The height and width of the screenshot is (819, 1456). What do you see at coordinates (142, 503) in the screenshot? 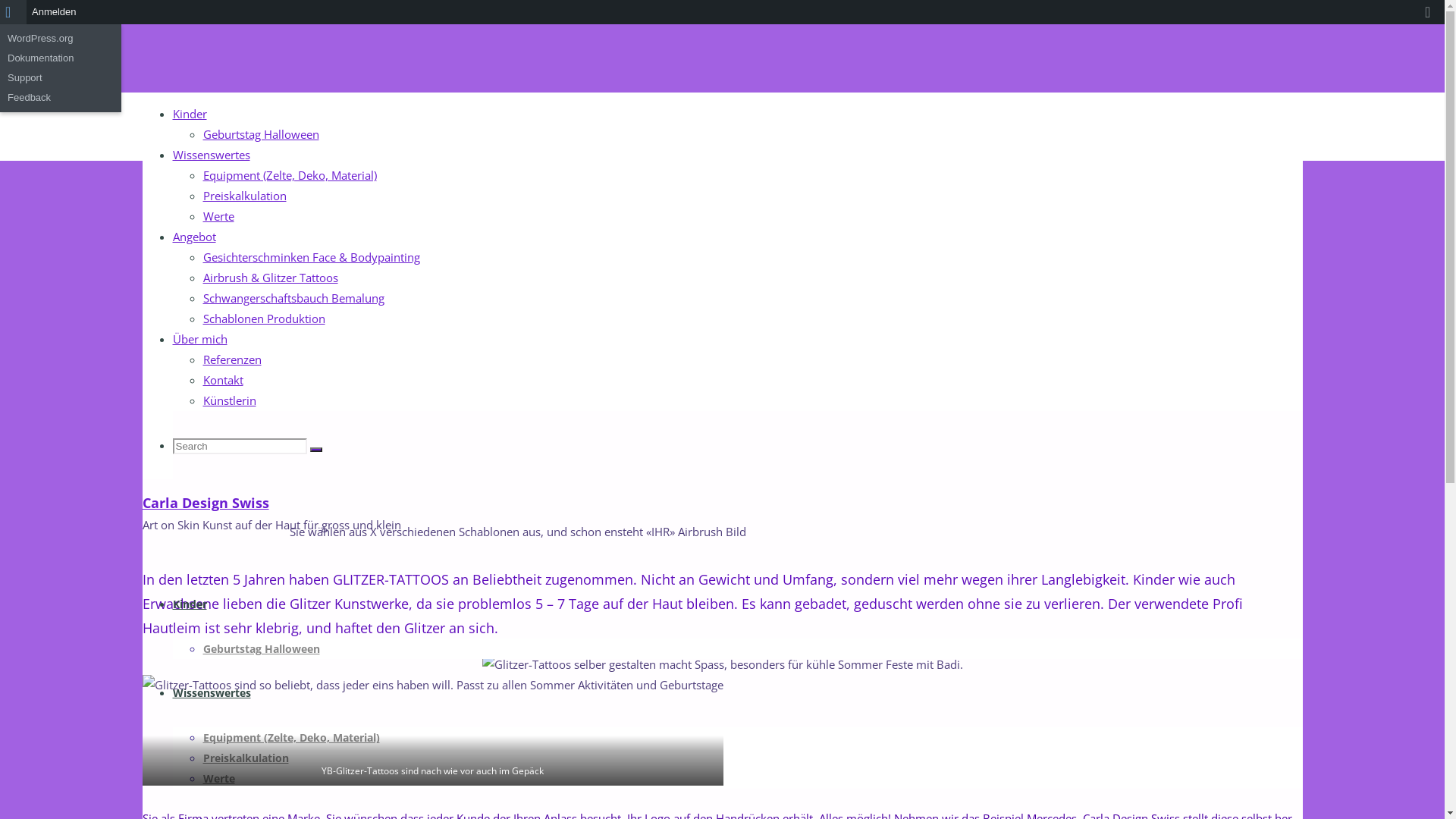
I see `'Carla Design Swiss'` at bounding box center [142, 503].